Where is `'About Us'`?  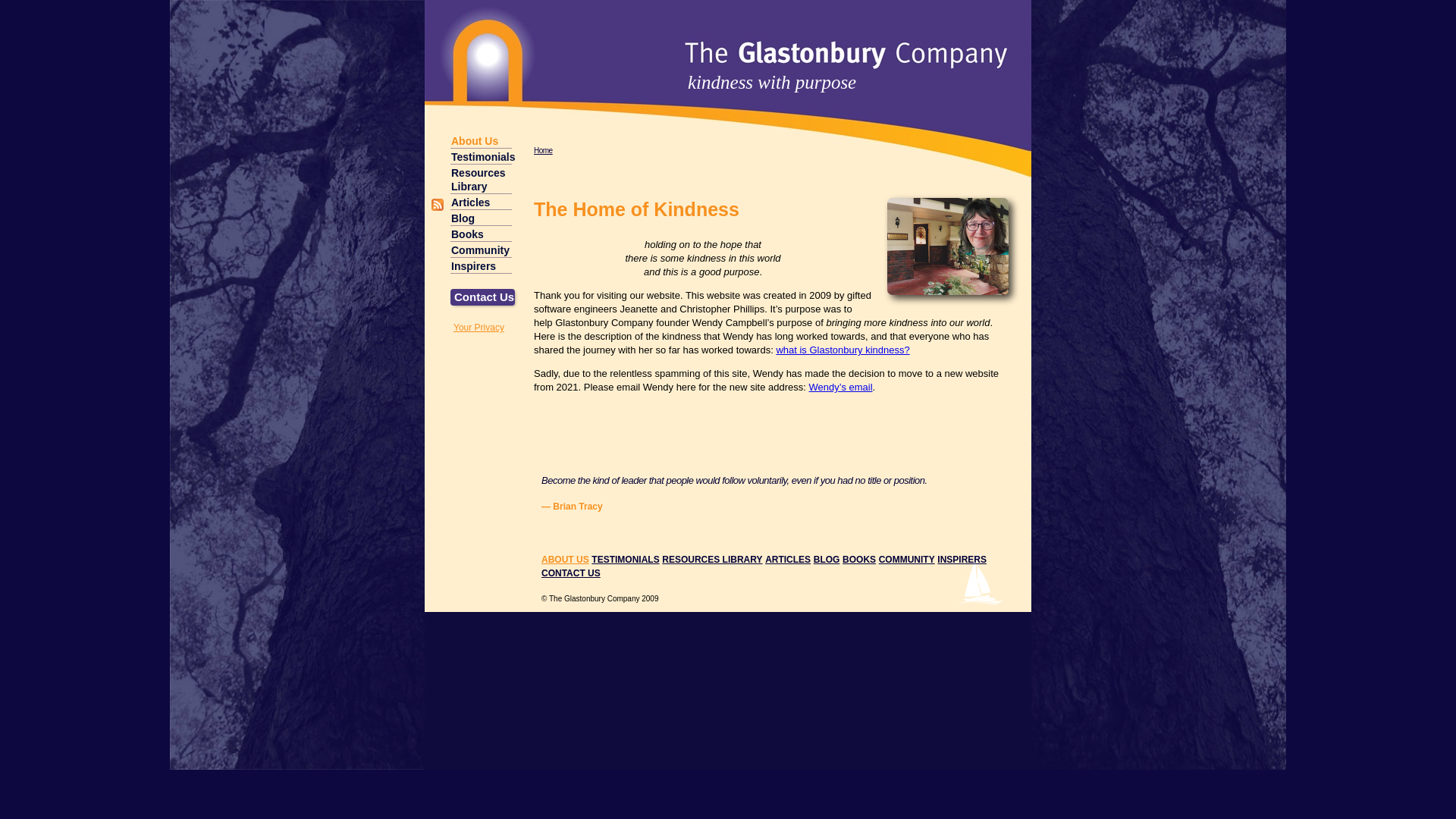 'About Us' is located at coordinates (480, 140).